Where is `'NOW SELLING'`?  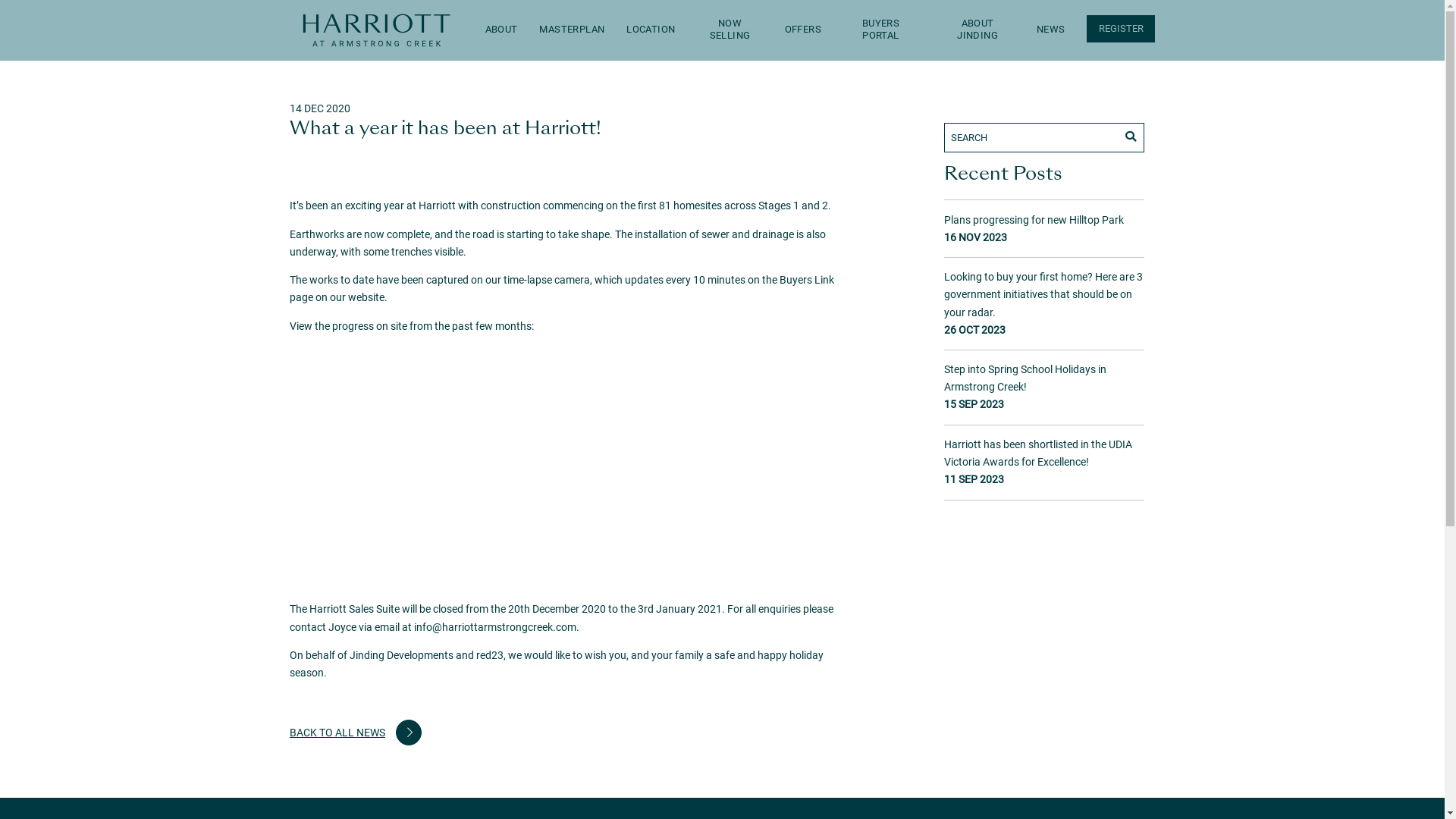
'NOW SELLING' is located at coordinates (730, 30).